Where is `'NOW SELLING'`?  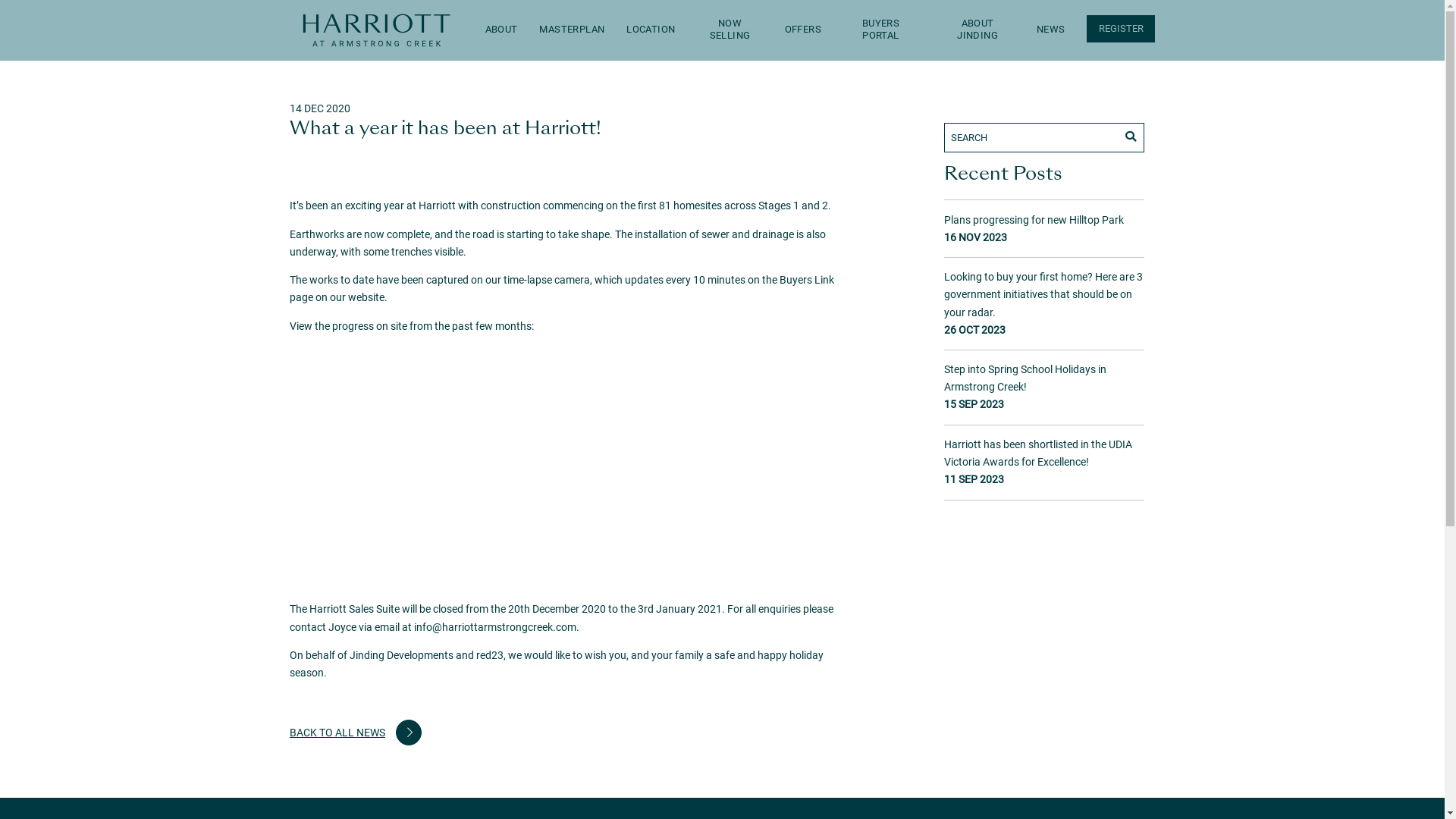
'NOW SELLING' is located at coordinates (730, 30).